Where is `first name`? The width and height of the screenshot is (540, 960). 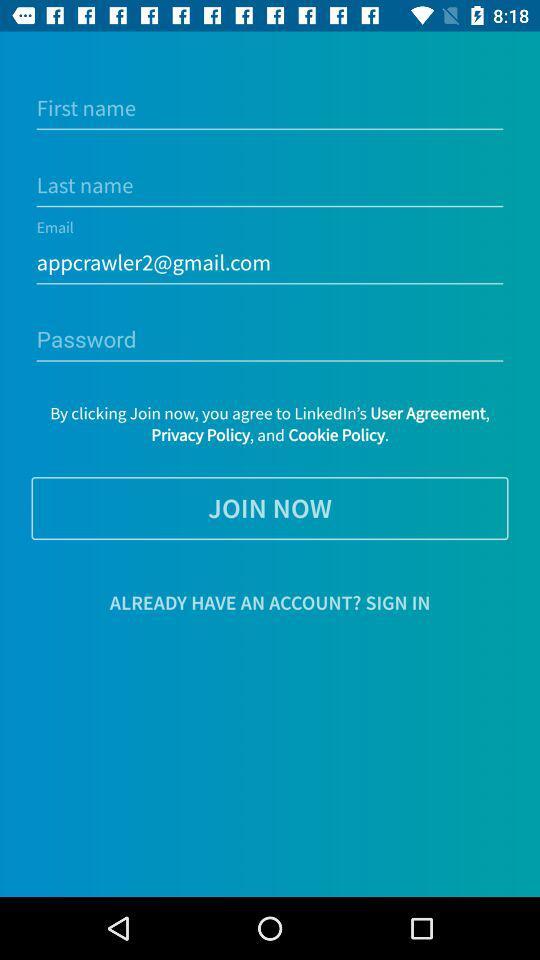
first name is located at coordinates (270, 108).